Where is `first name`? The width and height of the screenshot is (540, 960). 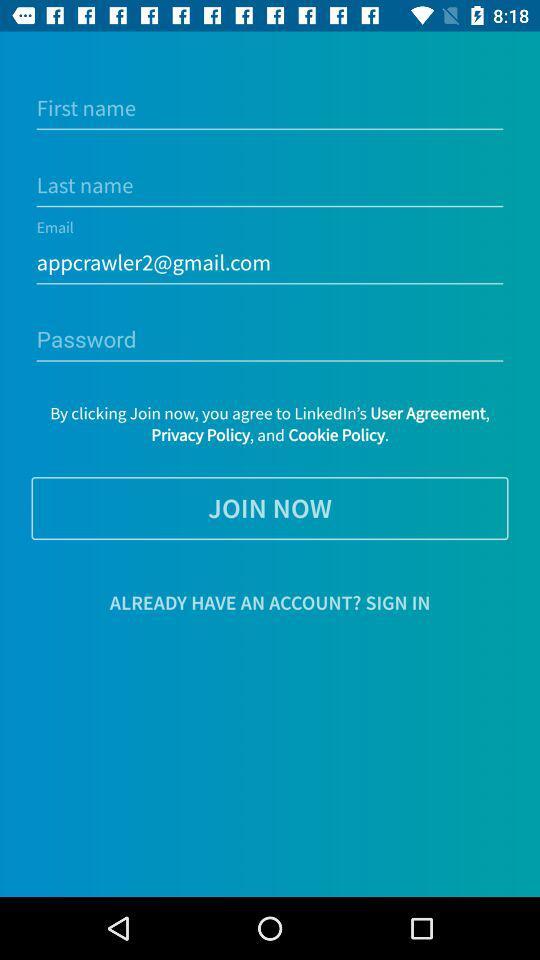
first name is located at coordinates (270, 108).